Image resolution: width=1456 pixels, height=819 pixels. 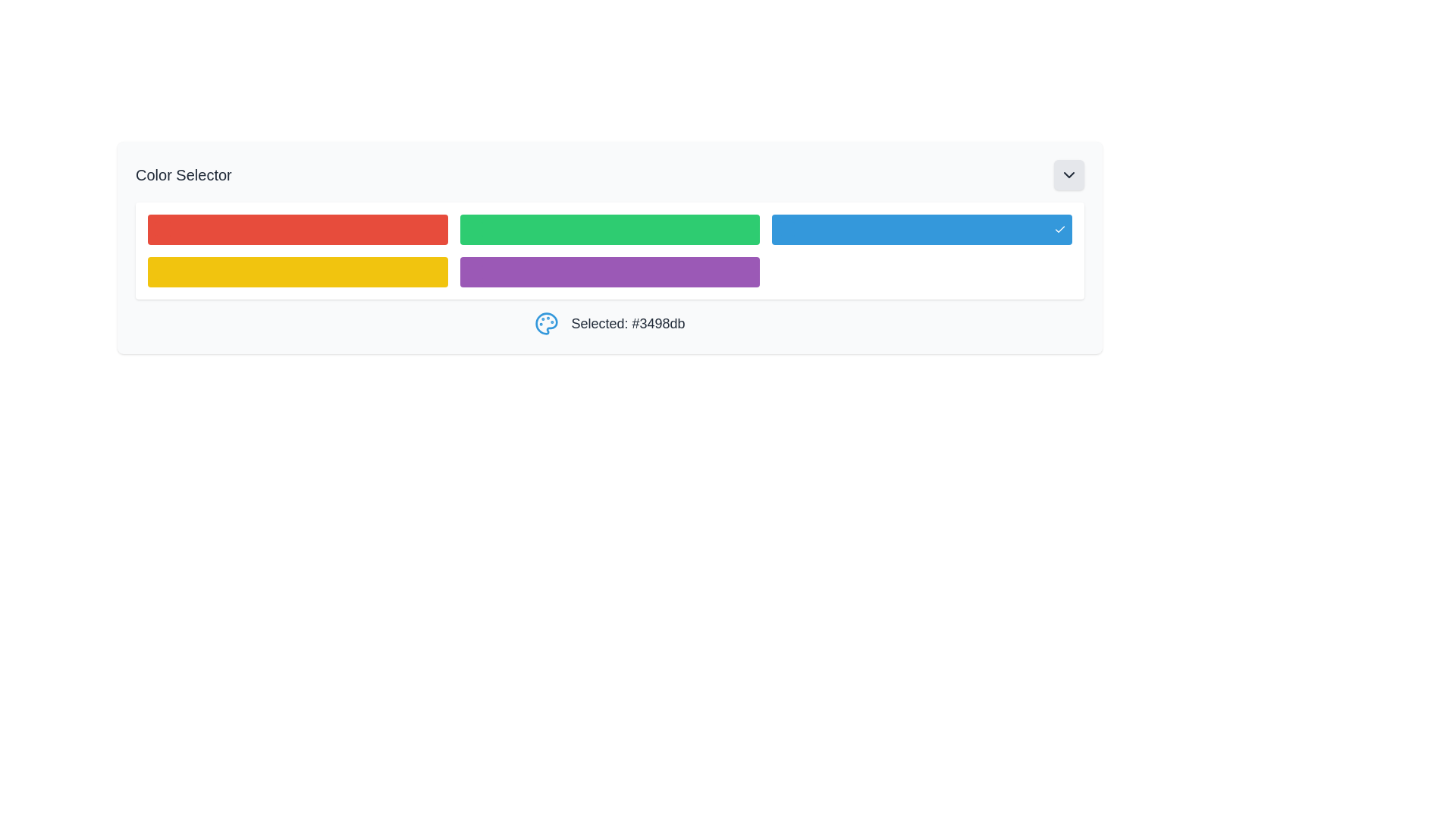 What do you see at coordinates (610, 271) in the screenshot?
I see `the purple button located in the second row and second column of the grid layout` at bounding box center [610, 271].